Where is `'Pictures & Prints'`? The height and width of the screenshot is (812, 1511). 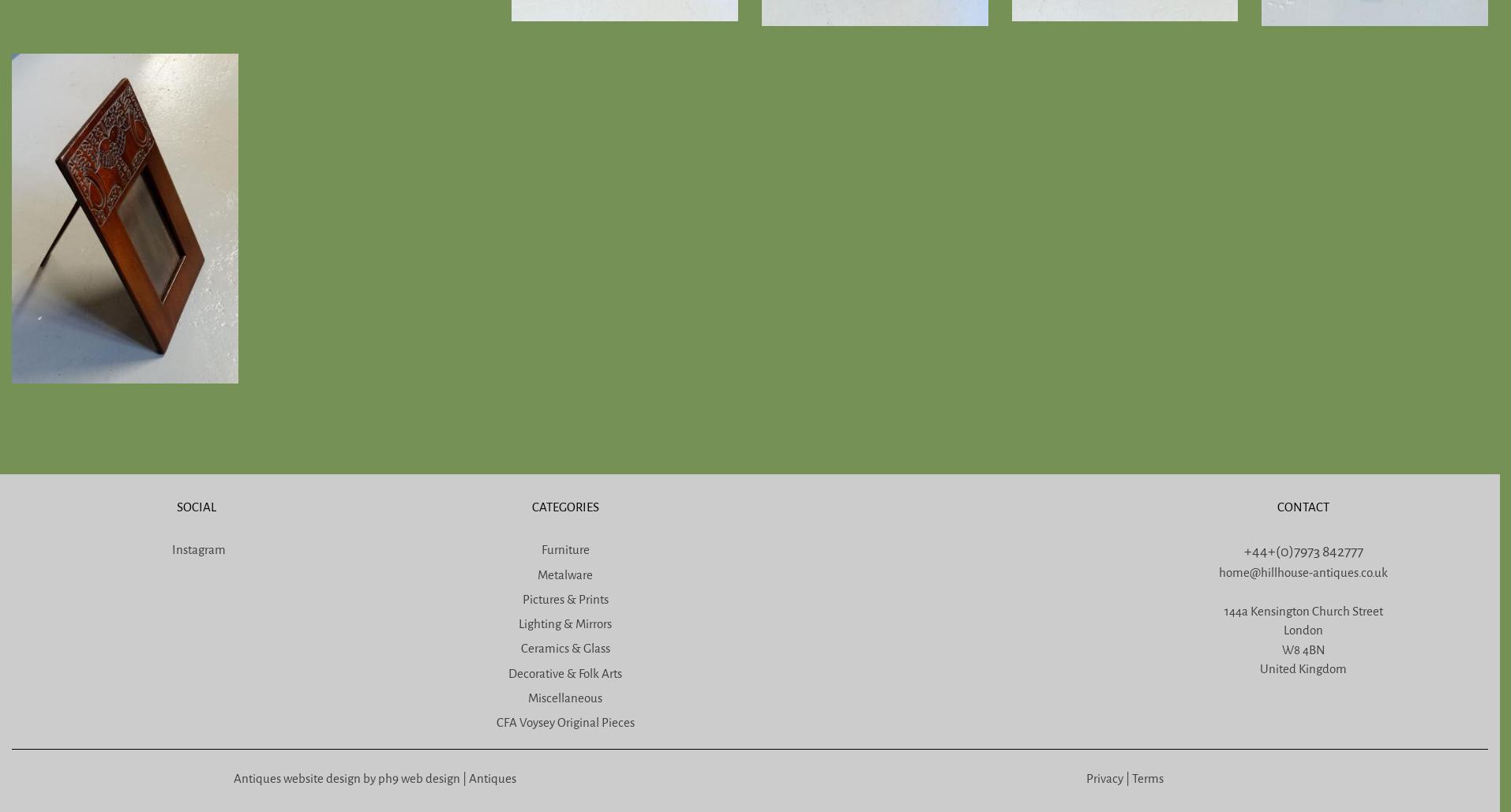 'Pictures & Prints' is located at coordinates (564, 598).